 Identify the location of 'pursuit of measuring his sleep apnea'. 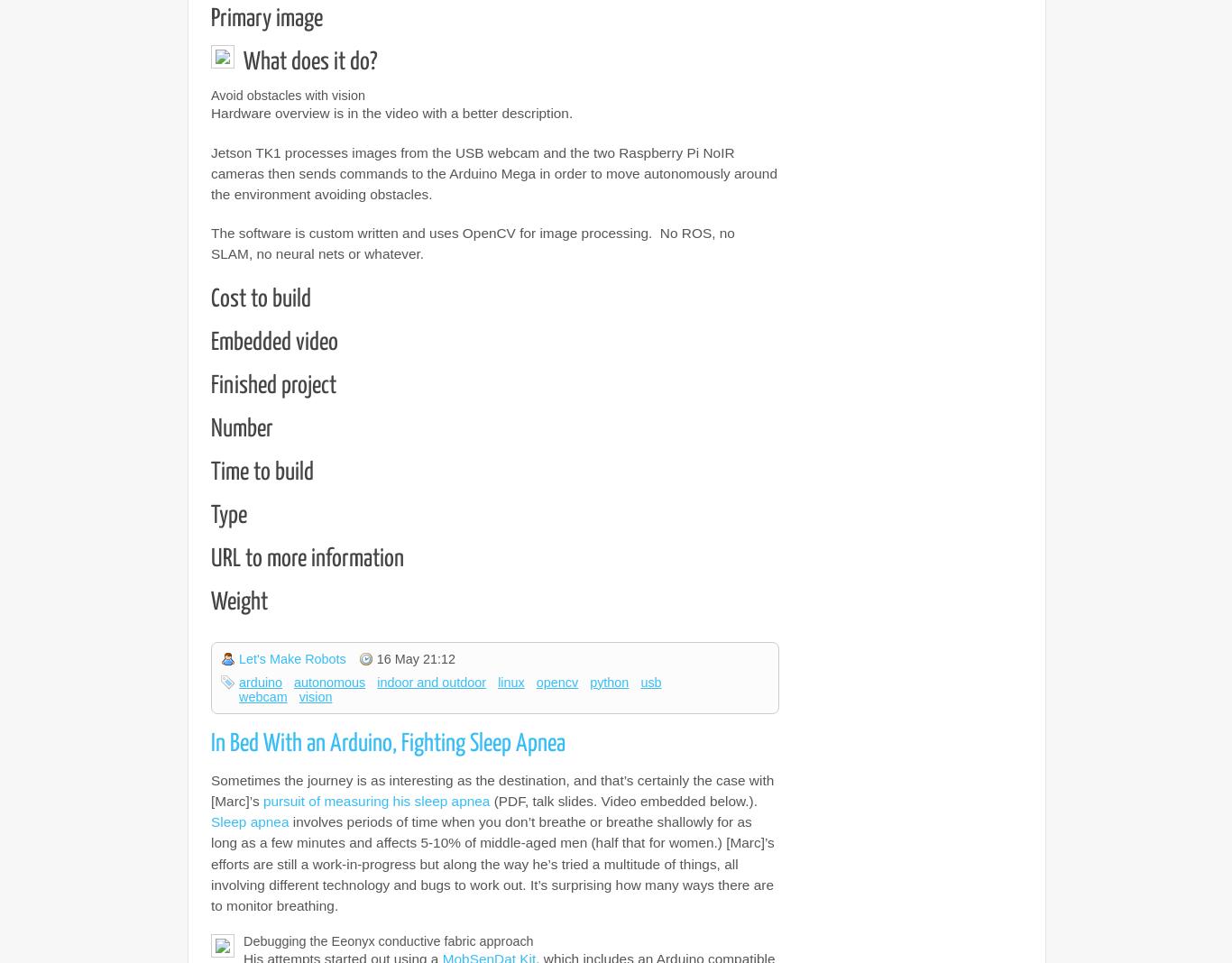
(262, 800).